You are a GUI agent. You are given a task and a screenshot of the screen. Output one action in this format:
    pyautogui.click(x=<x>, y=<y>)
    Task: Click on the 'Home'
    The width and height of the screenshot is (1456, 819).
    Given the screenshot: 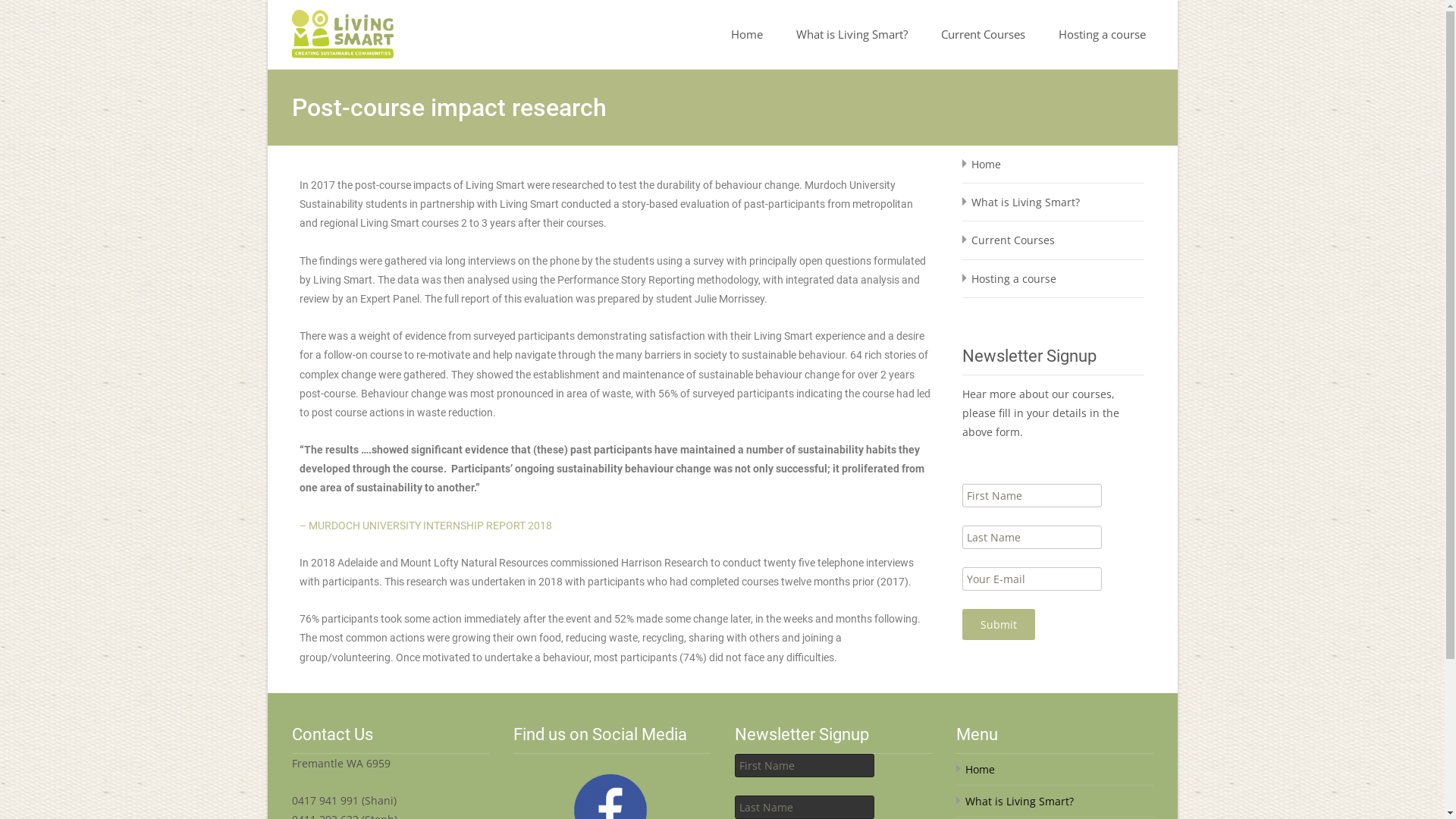 What is the action you would take?
    pyautogui.click(x=985, y=164)
    